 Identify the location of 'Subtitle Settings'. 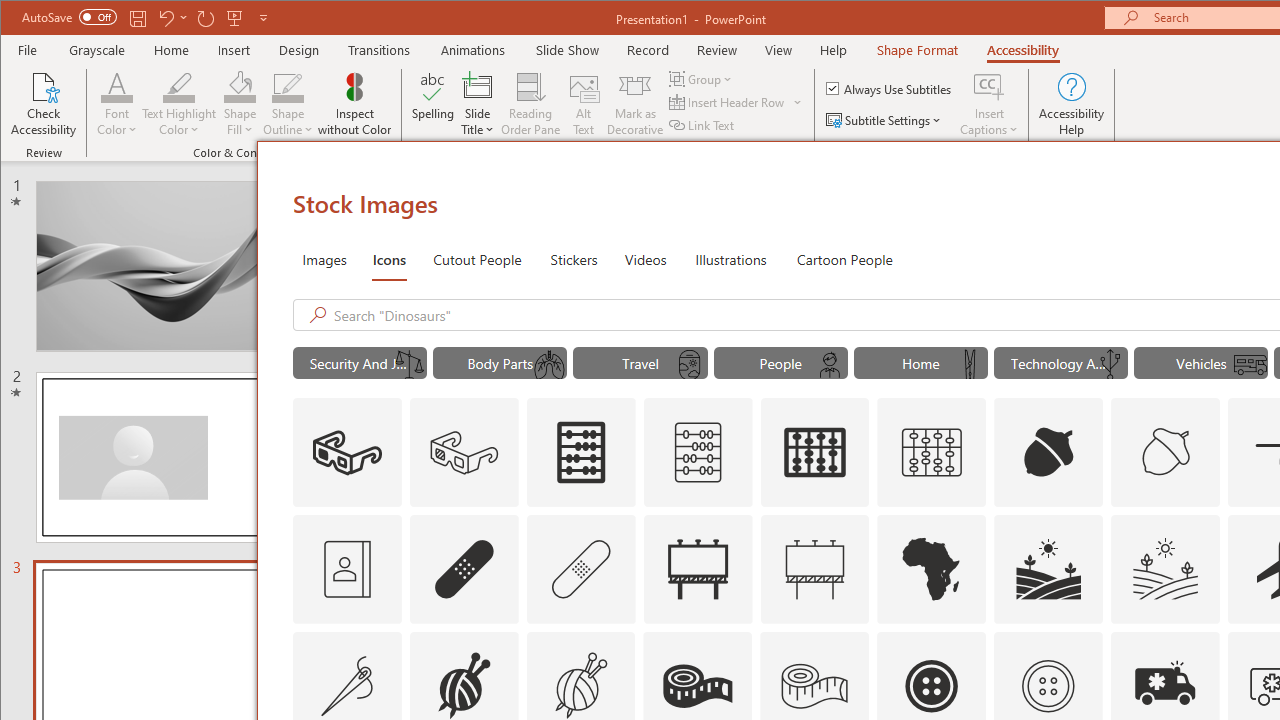
(884, 120).